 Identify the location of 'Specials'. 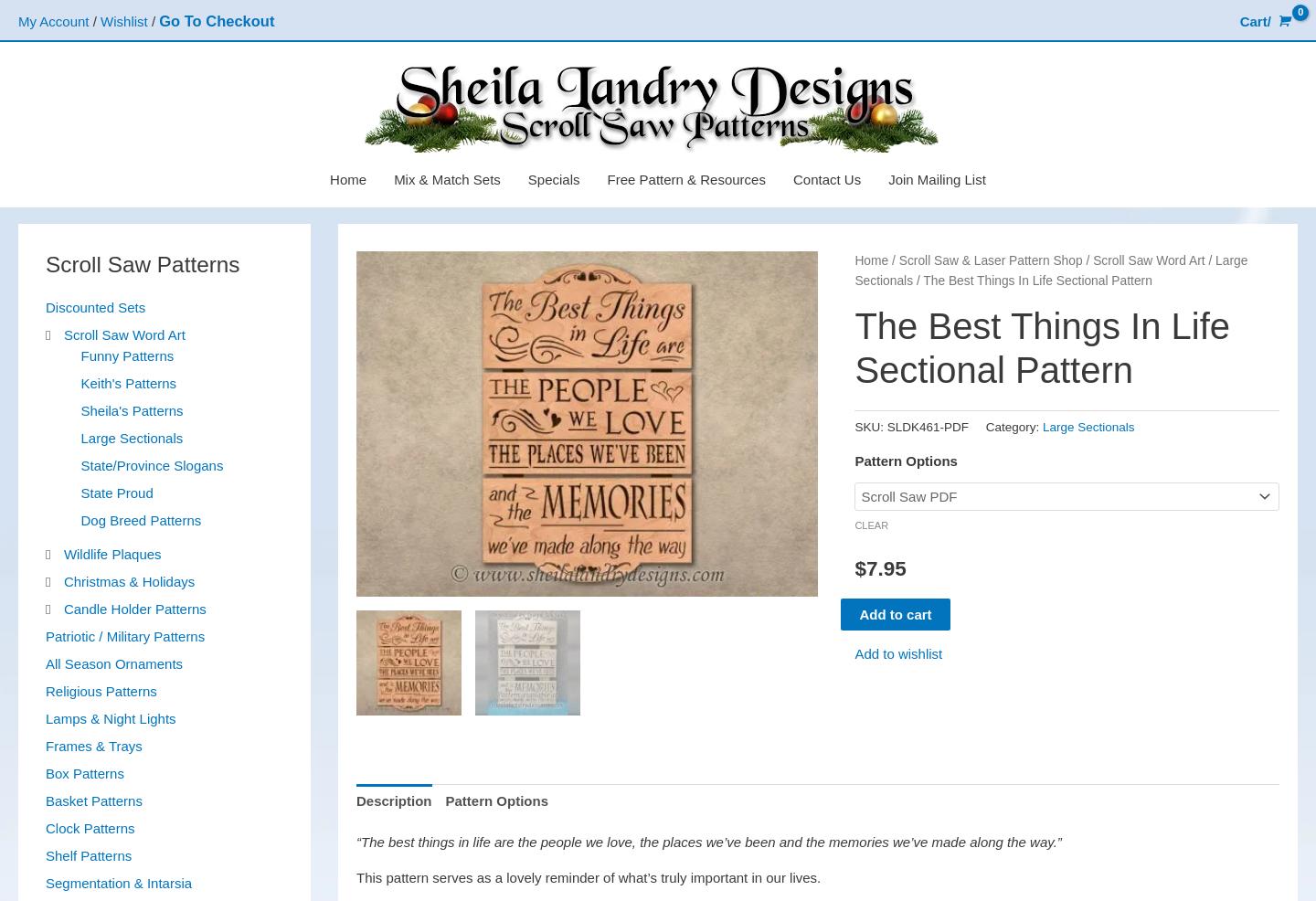
(552, 177).